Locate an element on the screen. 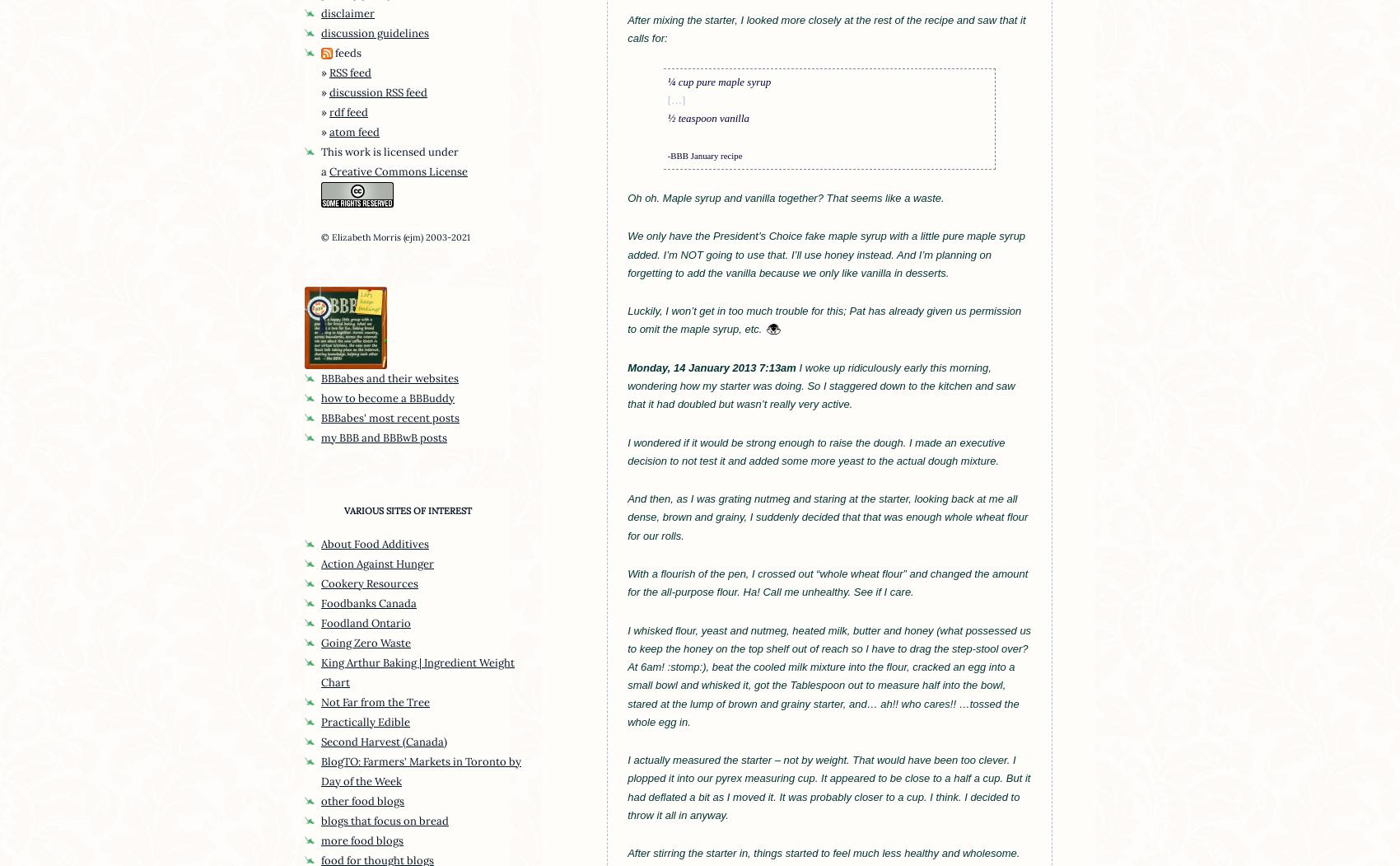 The width and height of the screenshot is (1400, 866). 'Practically Edible' is located at coordinates (366, 720).